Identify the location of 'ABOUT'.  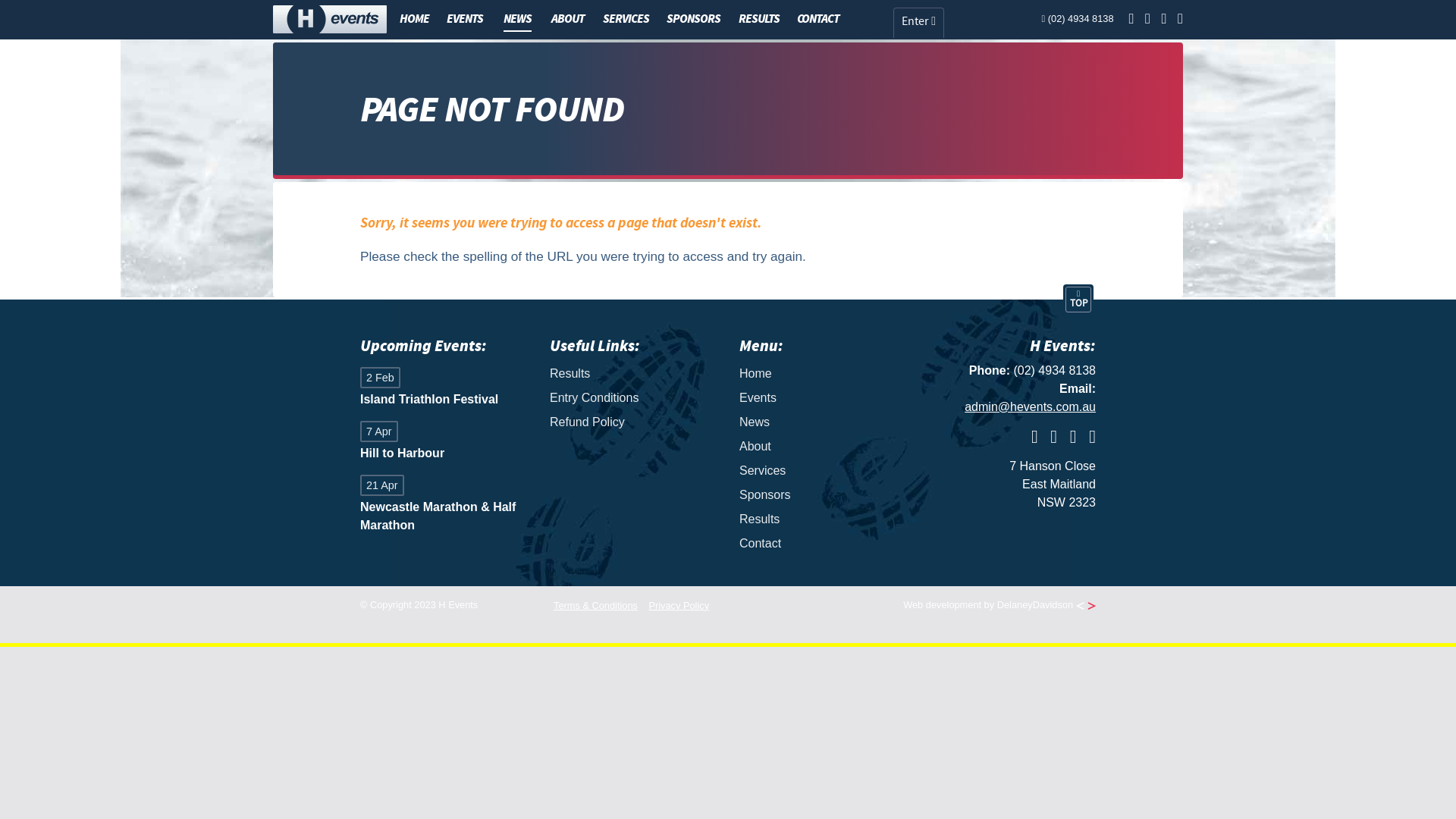
(566, 18).